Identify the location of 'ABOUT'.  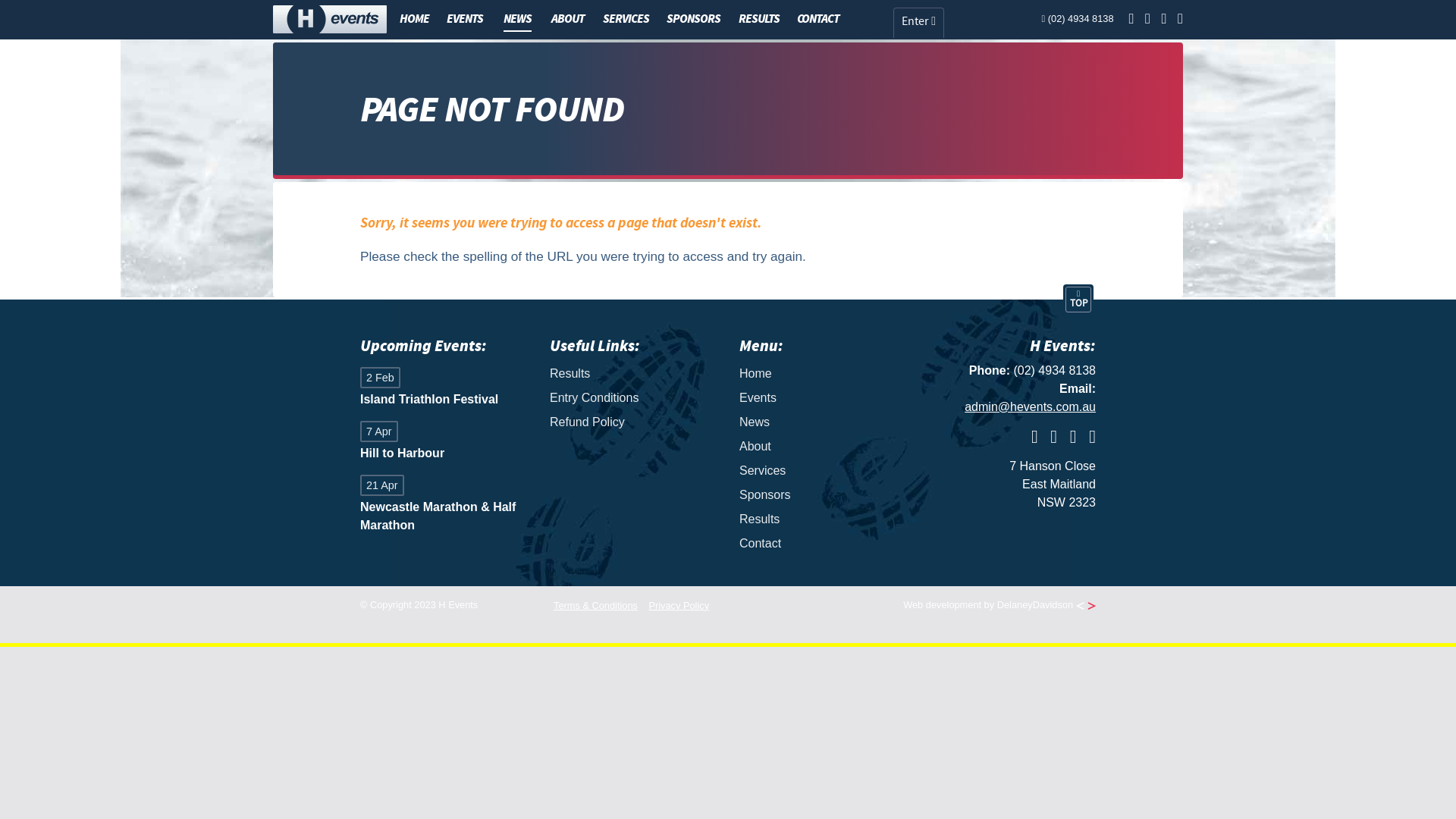
(566, 18).